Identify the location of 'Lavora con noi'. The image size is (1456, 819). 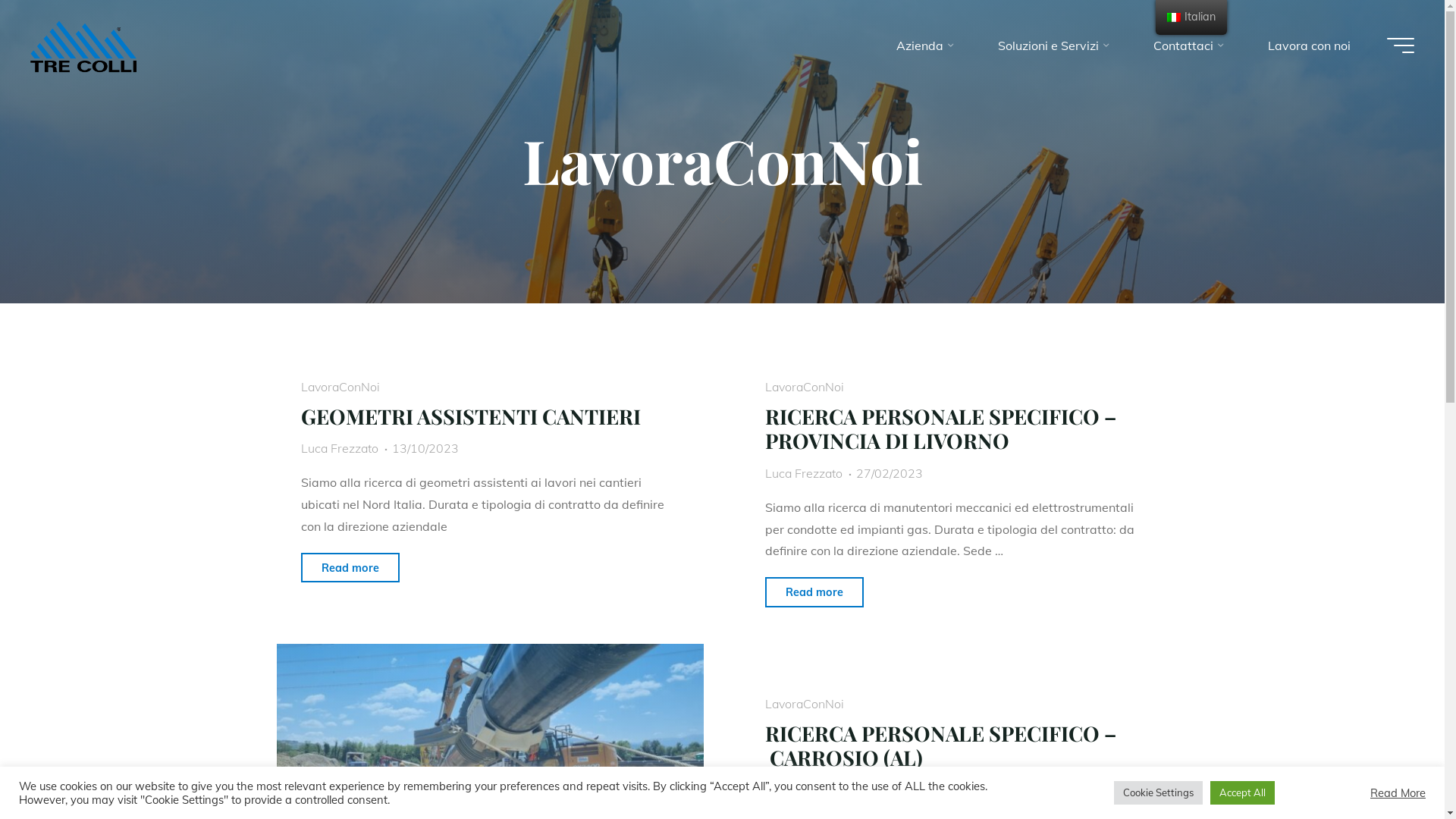
(1308, 45).